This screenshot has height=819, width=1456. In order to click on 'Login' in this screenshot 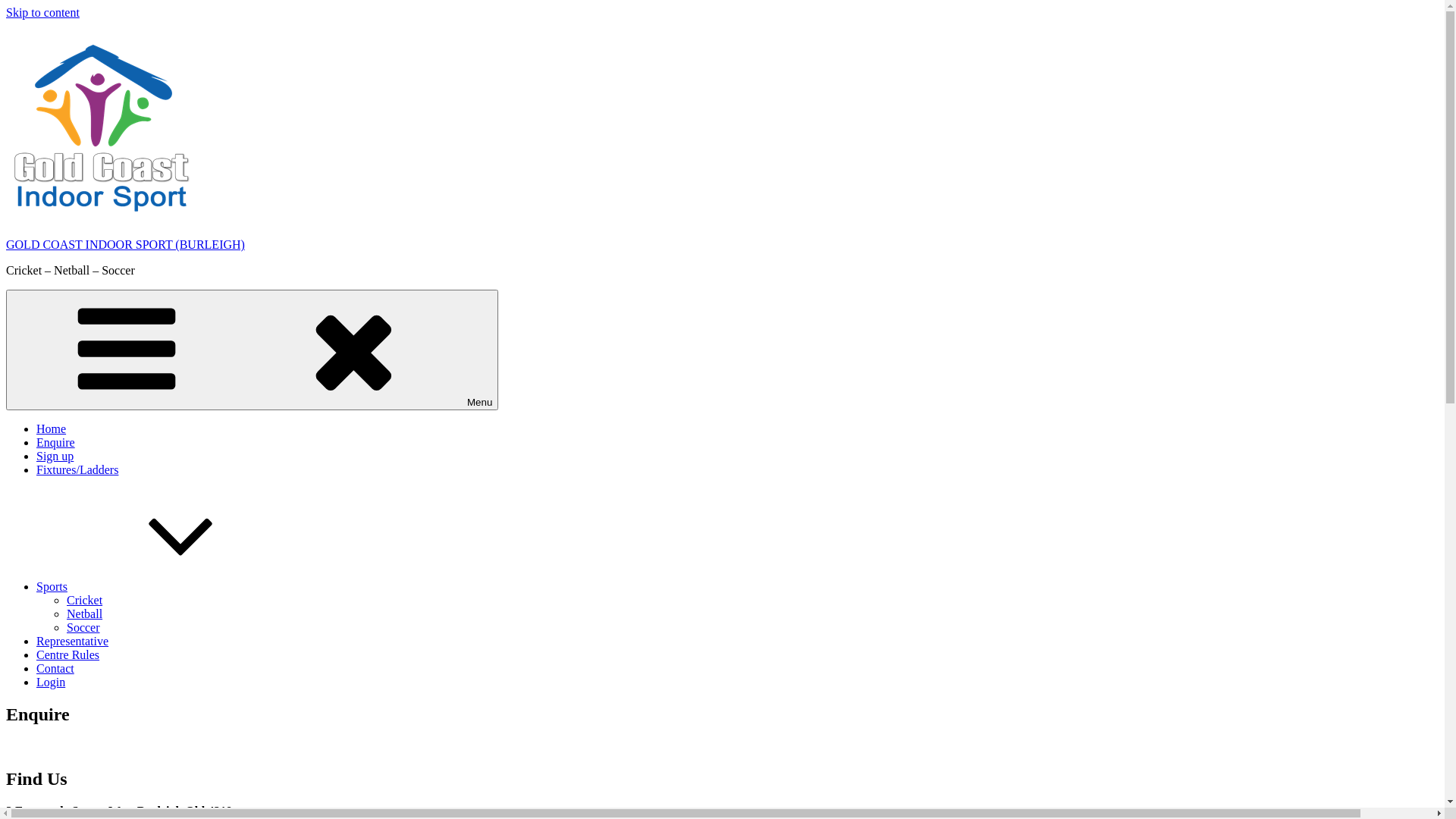, I will do `click(51, 681)`.